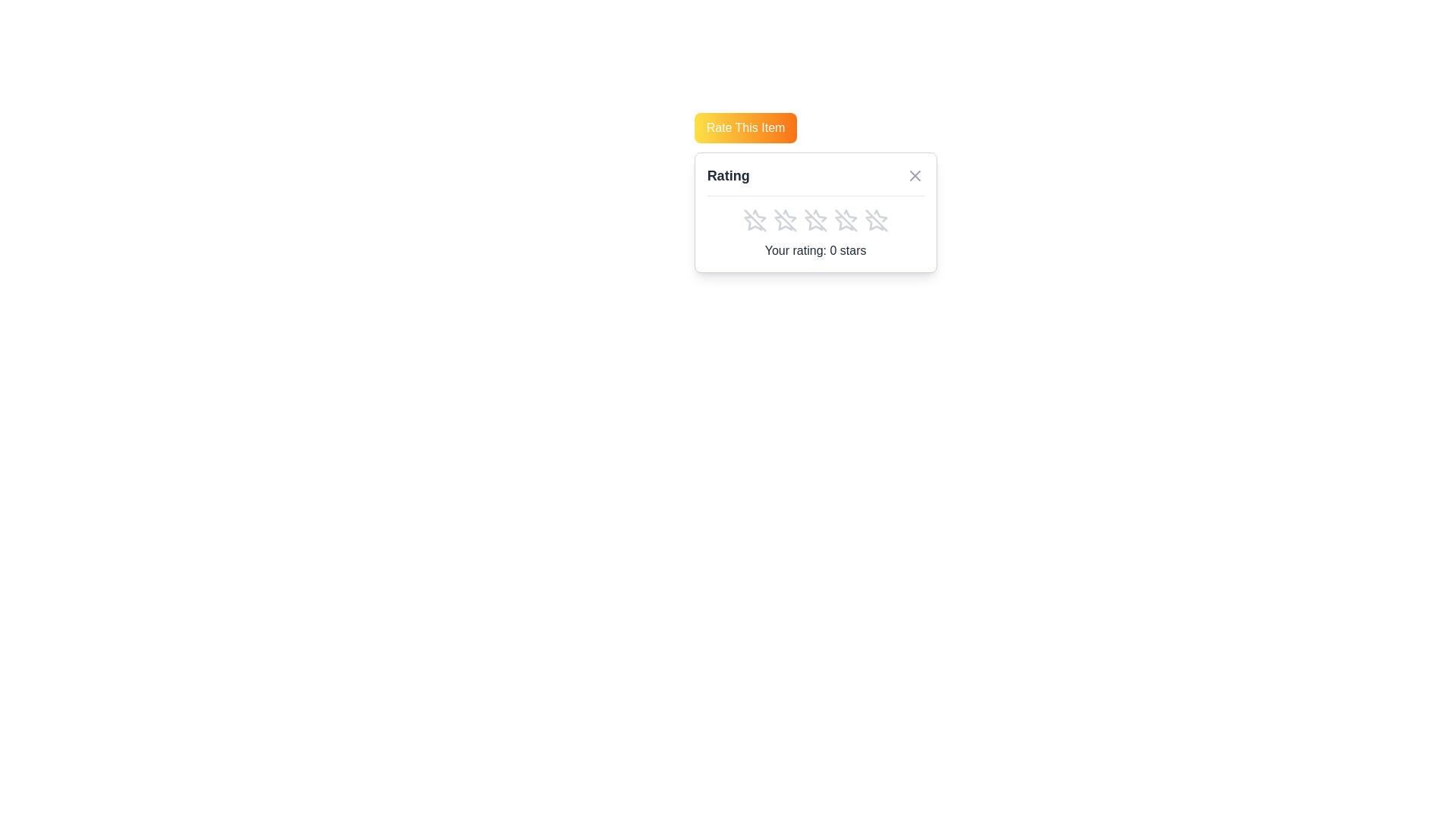  Describe the element at coordinates (850, 215) in the screenshot. I see `the fourth star in the five-star rating system located in the center of the 'Rating' dialog box to rate at this level` at that location.